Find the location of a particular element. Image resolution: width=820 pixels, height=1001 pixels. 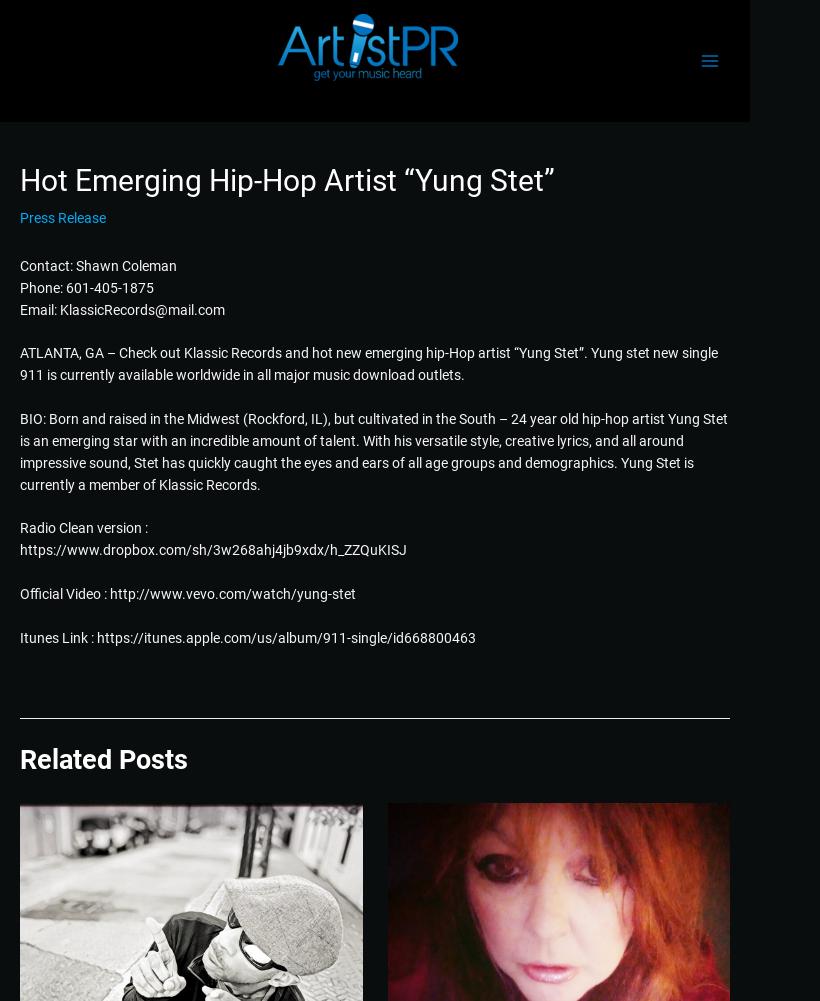

'Related Posts' is located at coordinates (102, 759).